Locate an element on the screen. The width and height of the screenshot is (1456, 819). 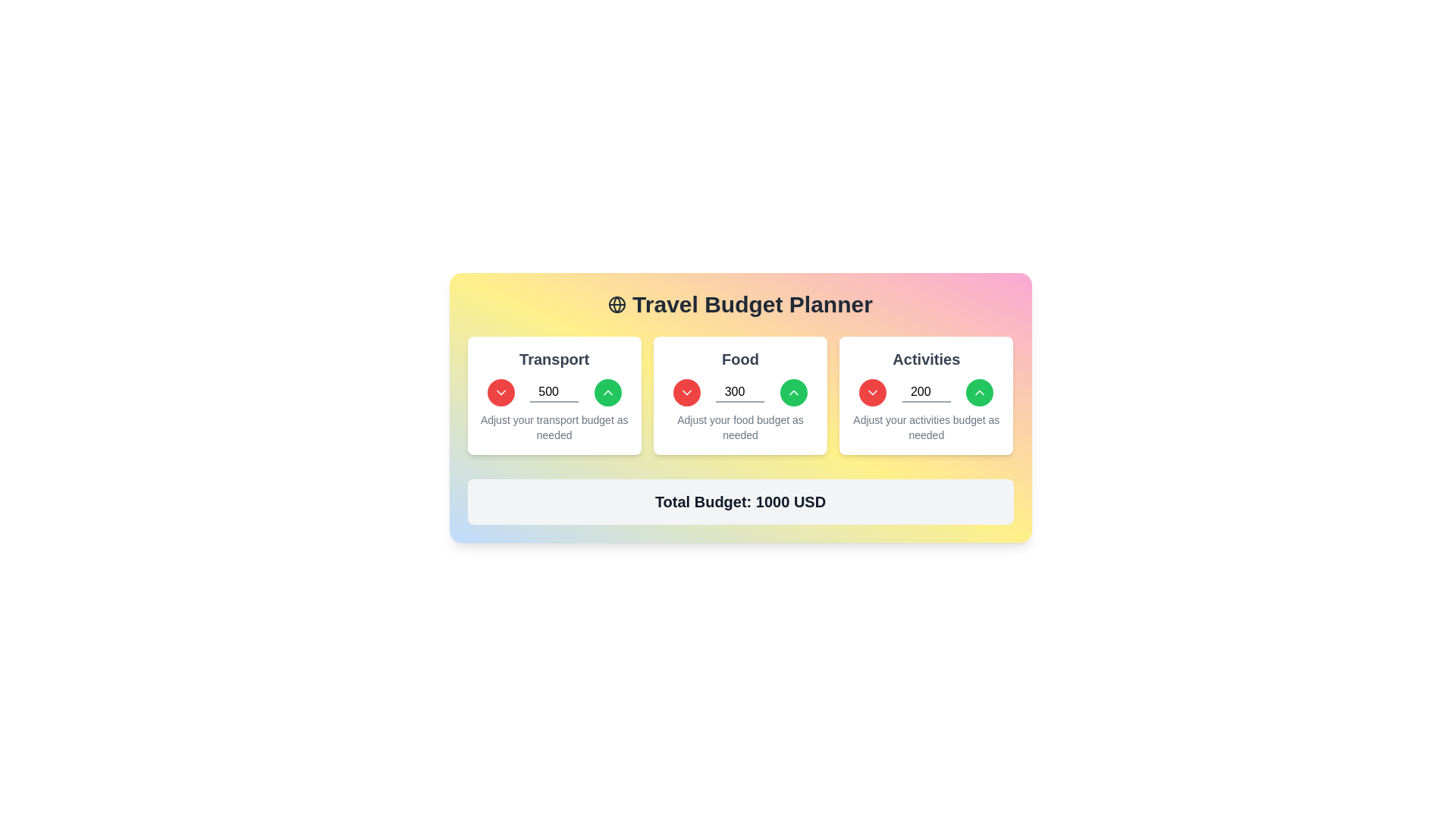
the numeric text input element for the 'Food' budget category, which is located between the red decrement button and the green increment button is located at coordinates (740, 391).